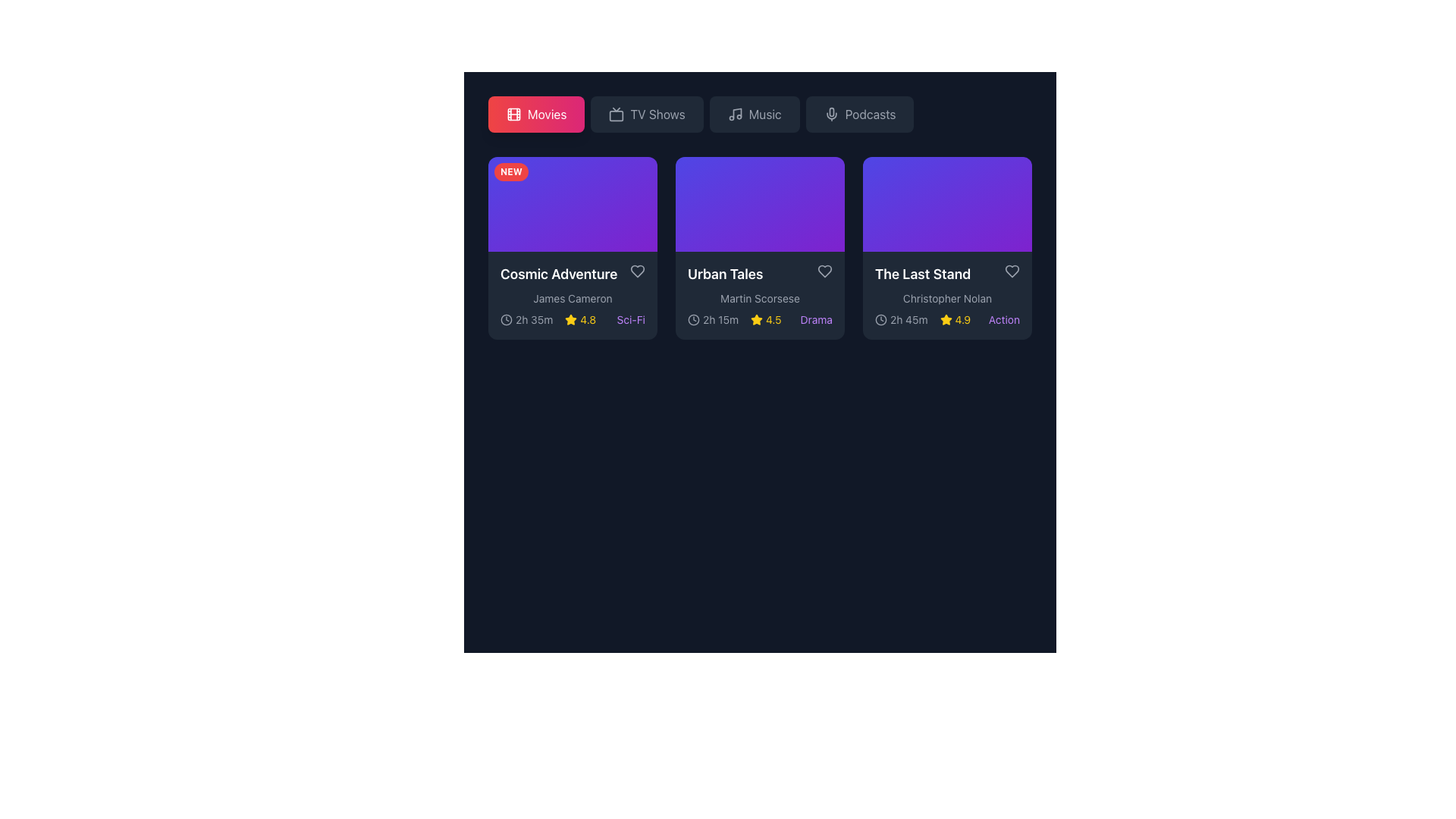  Describe the element at coordinates (870, 113) in the screenshot. I see `the 'Podcasts' text label within the navigation button` at that location.